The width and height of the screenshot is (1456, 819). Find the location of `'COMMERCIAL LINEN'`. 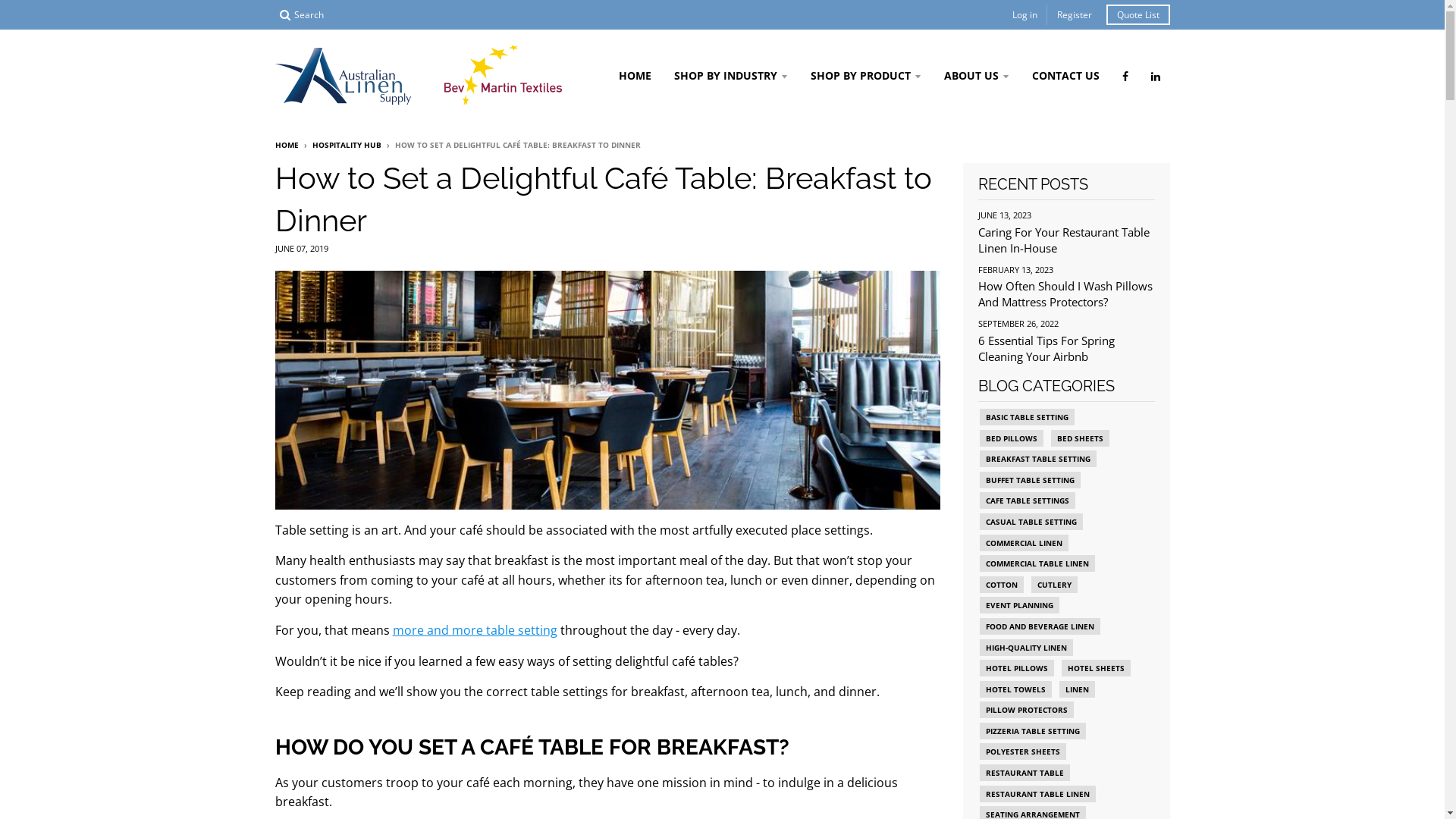

'COMMERCIAL LINEN' is located at coordinates (1024, 542).